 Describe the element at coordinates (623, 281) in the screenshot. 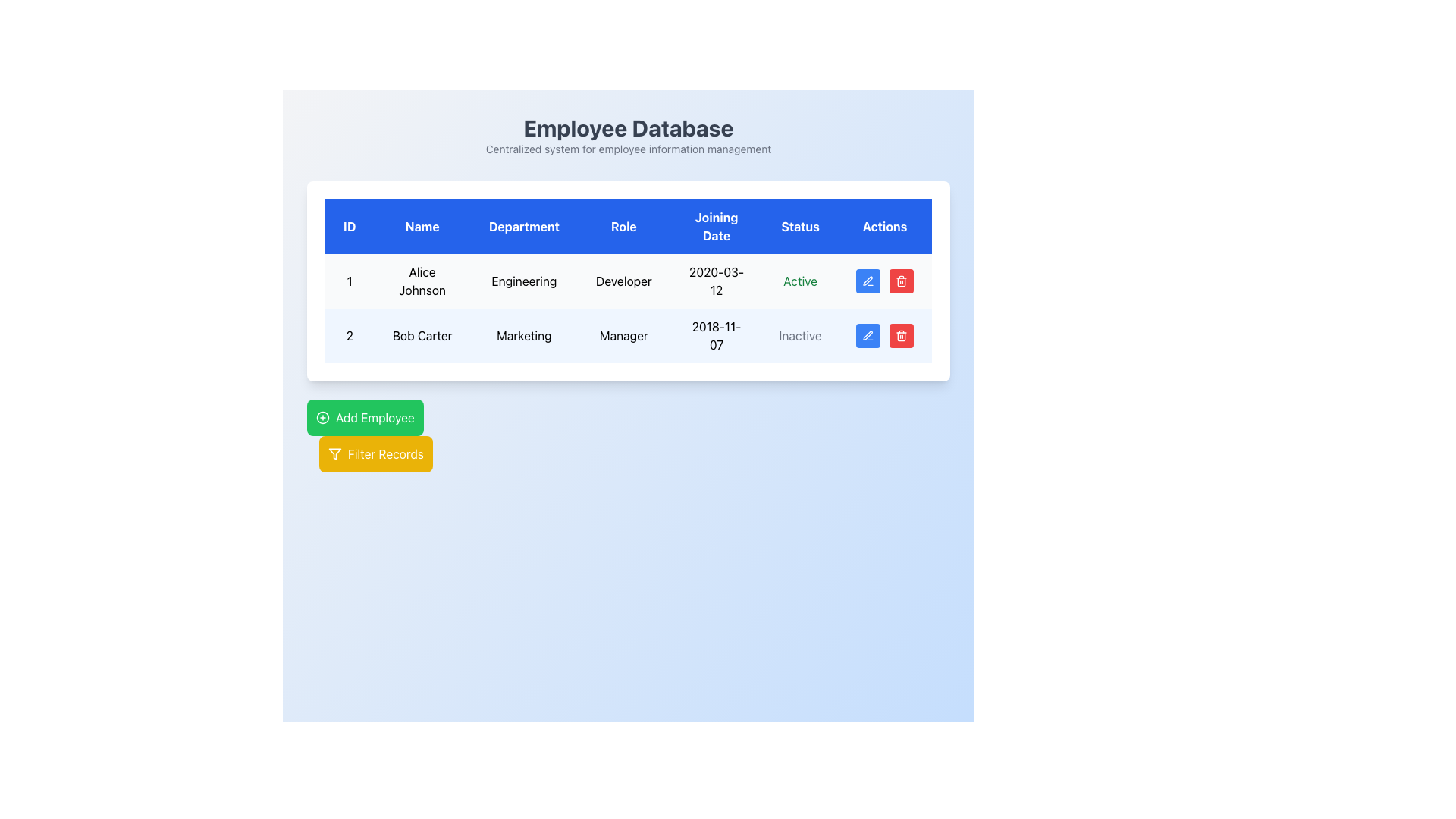

I see `the Static Text Label displaying the user's role designation 'Developer', located in the fourth column of the first row of the employee information table` at that location.